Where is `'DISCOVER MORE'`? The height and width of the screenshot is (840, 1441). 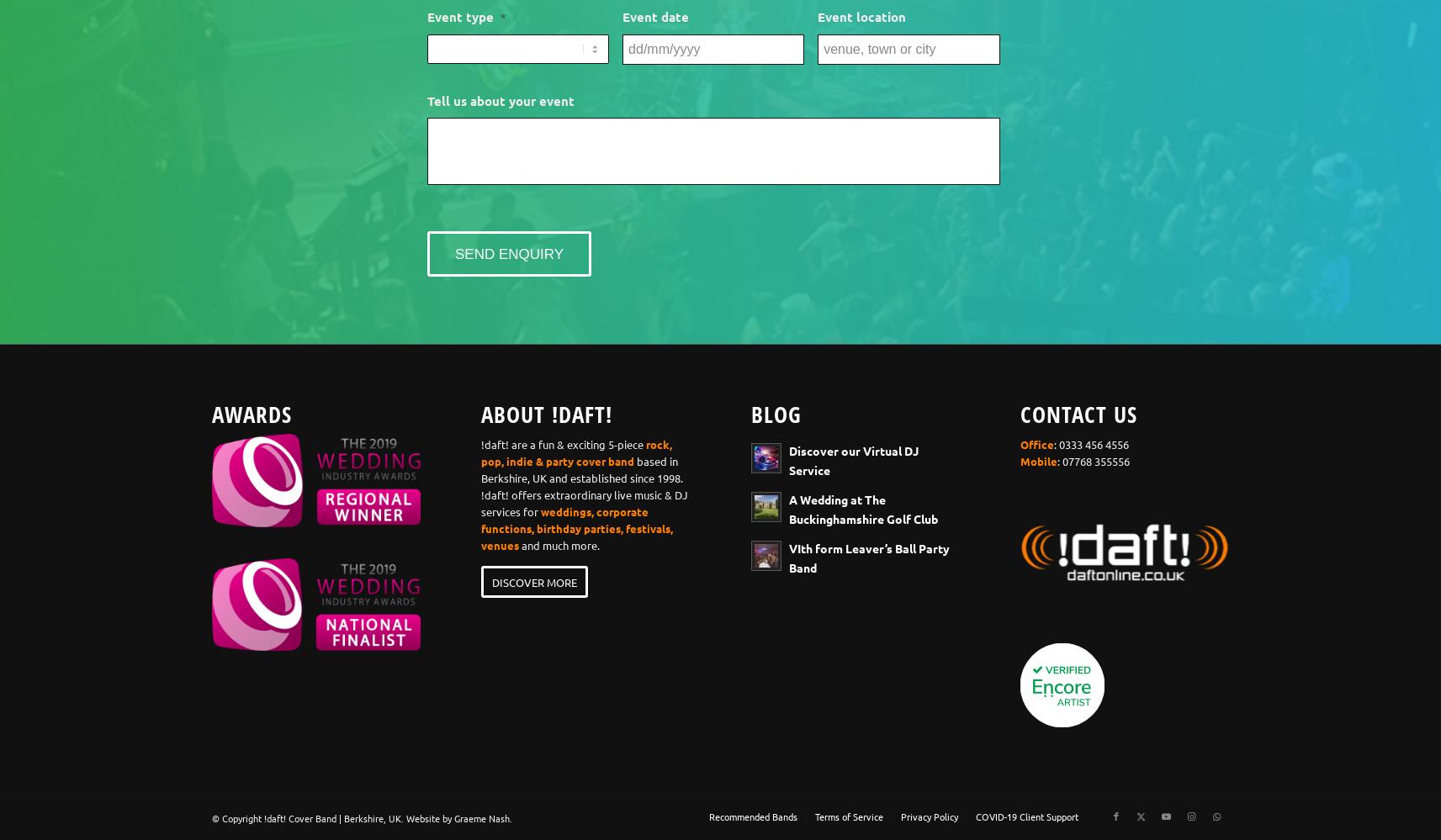
'DISCOVER MORE' is located at coordinates (534, 582).